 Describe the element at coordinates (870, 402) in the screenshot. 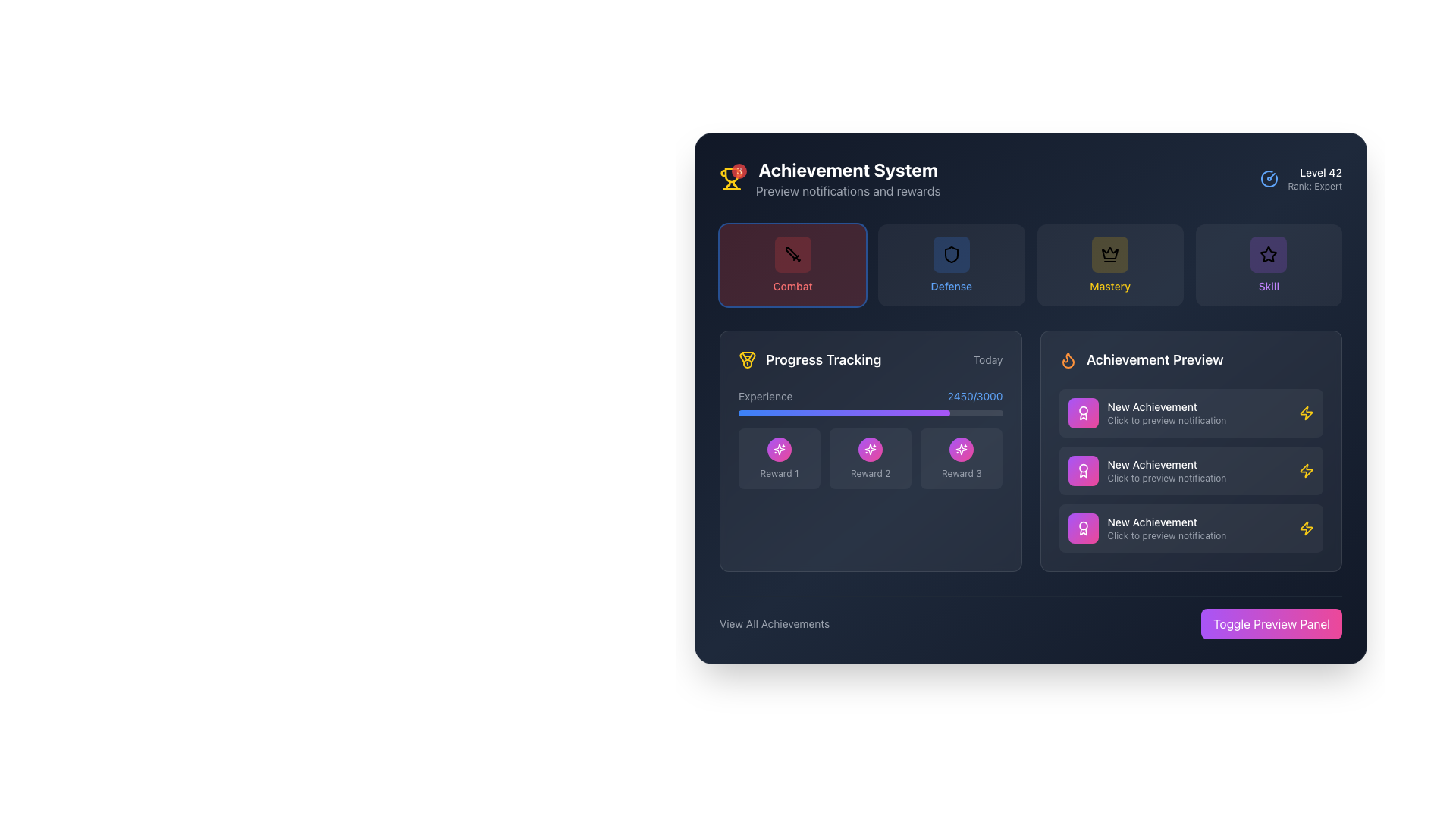

I see `the progress bar labeled 'Experience' within the 'Progress Tracking' section of the 'Achievement System' panel to interact with it` at that location.